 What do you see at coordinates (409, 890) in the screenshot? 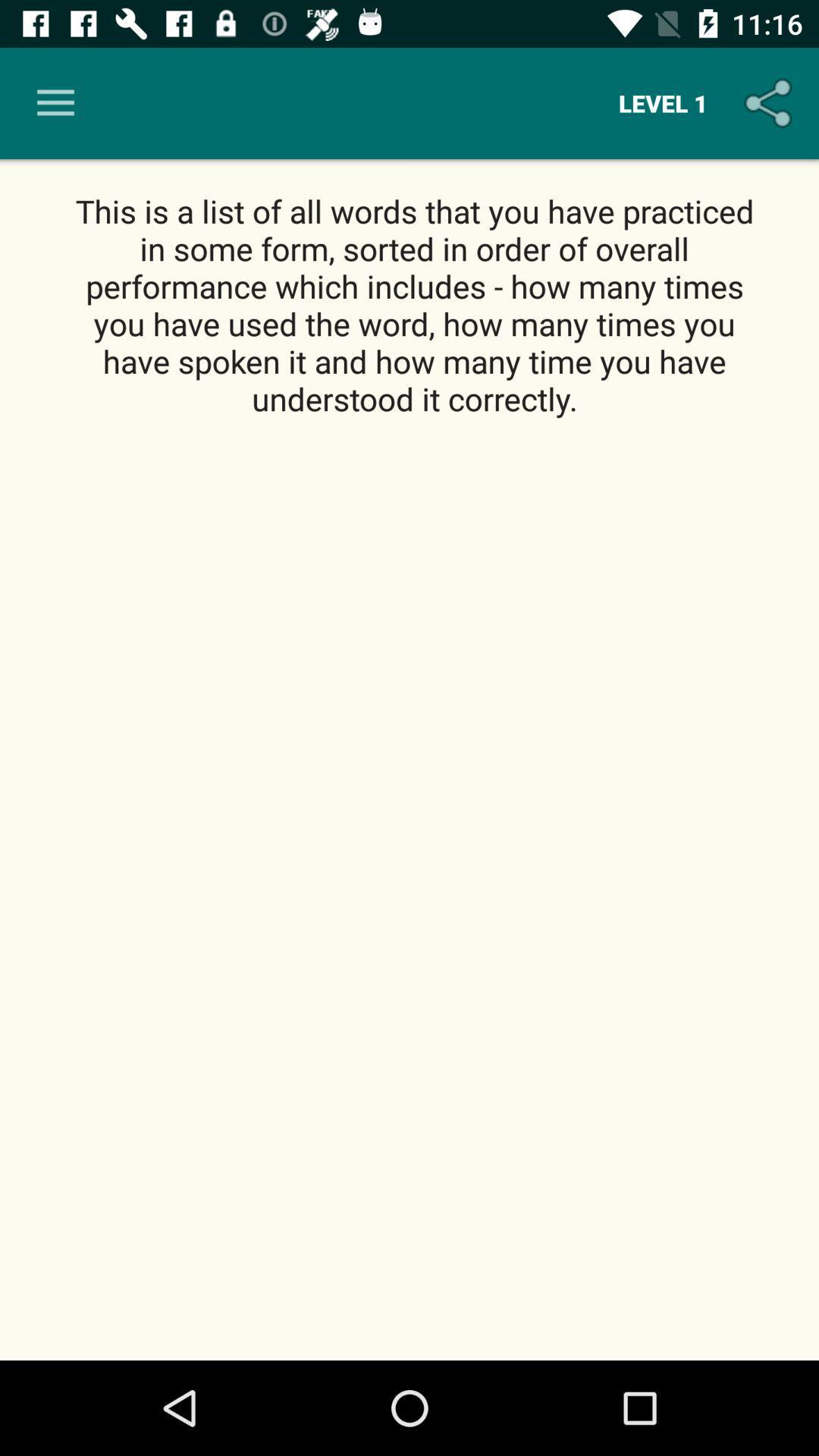
I see `the icon at the center` at bounding box center [409, 890].